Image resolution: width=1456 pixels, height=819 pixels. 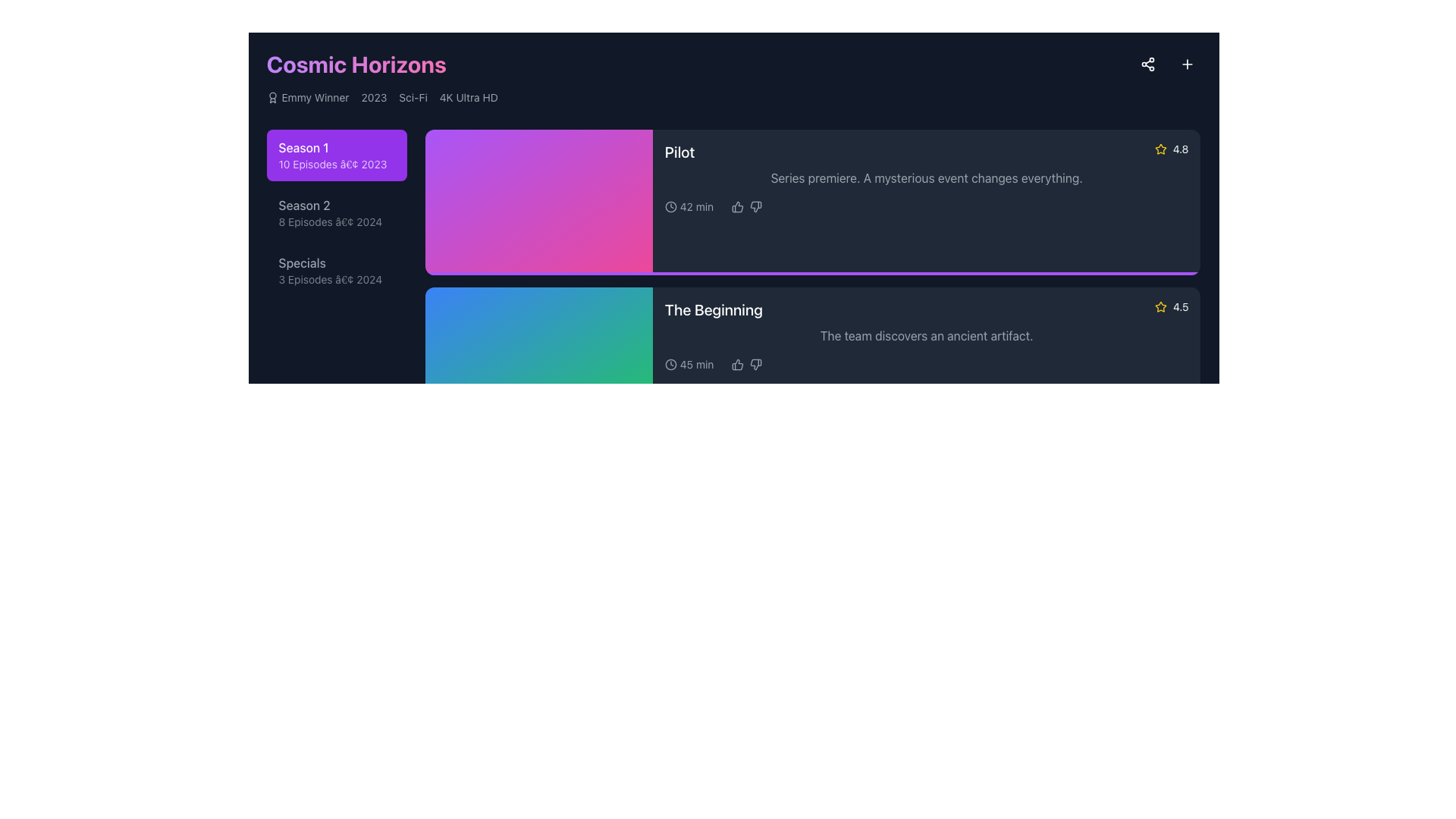 I want to click on the thumbs-up icon in the interactive icon group to like the episode 'The Beginning', so click(x=747, y=365).